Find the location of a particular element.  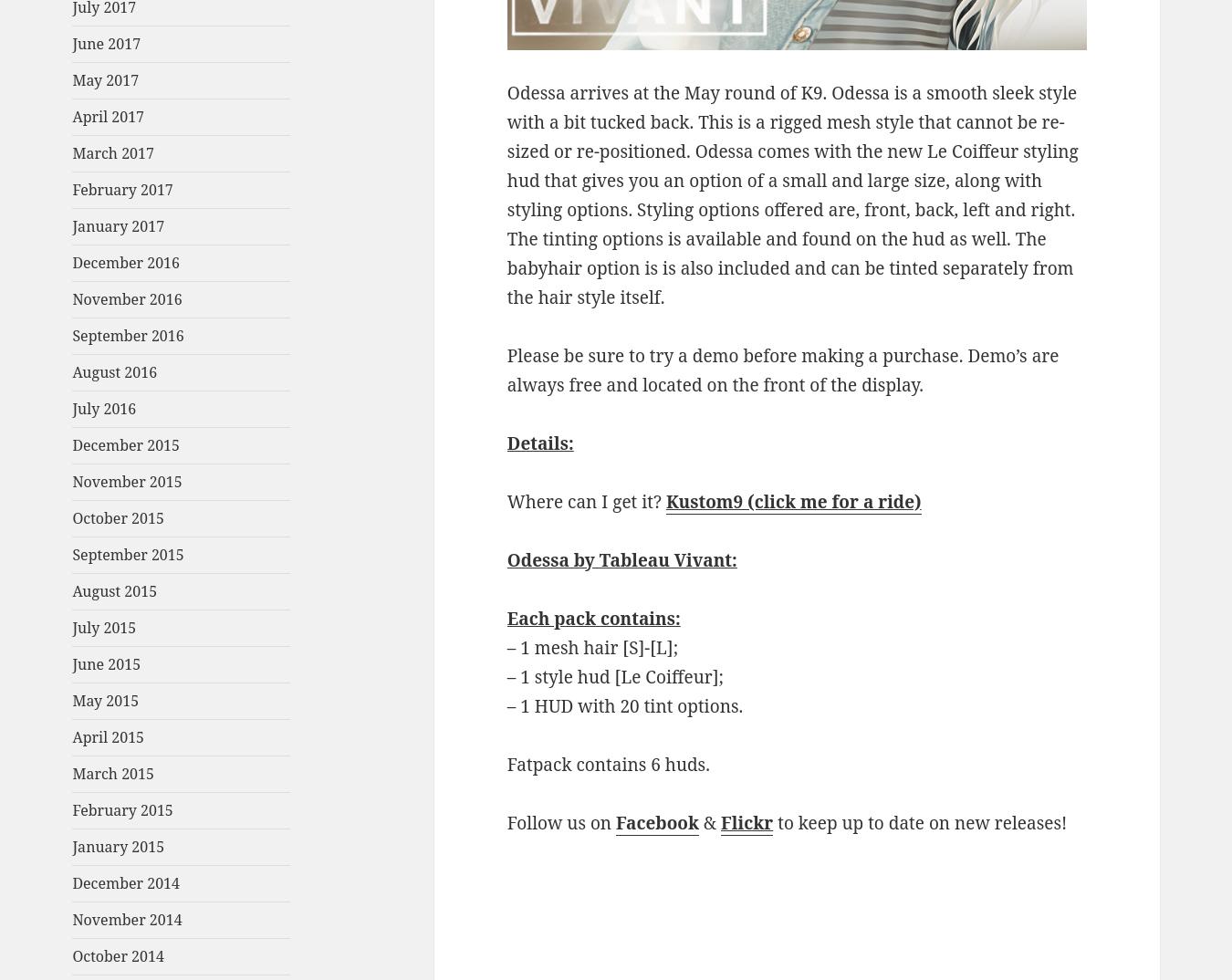

'November 2016' is located at coordinates (127, 297).